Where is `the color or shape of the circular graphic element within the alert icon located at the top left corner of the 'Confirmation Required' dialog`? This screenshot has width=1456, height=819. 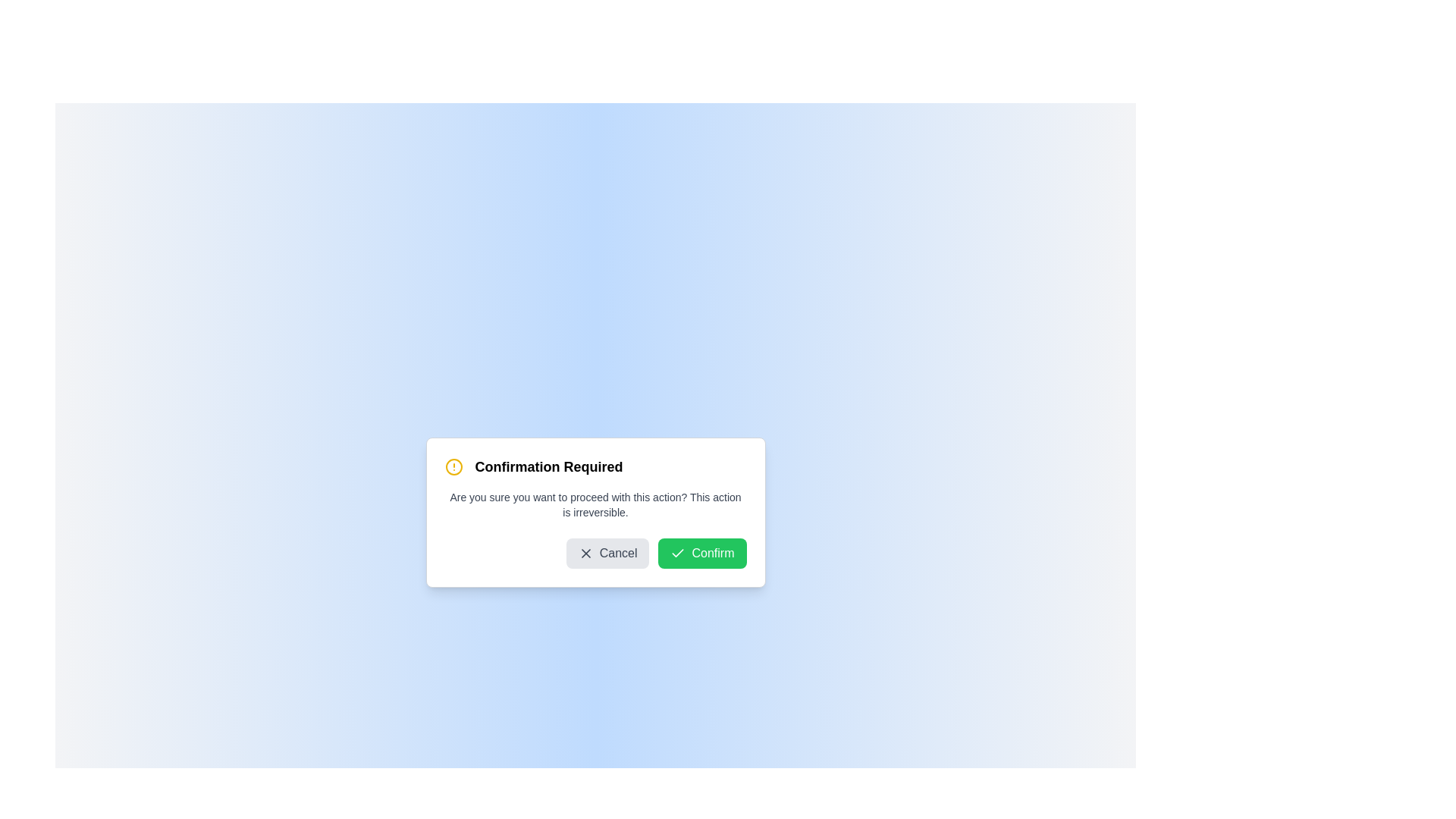 the color or shape of the circular graphic element within the alert icon located at the top left corner of the 'Confirmation Required' dialog is located at coordinates (453, 466).